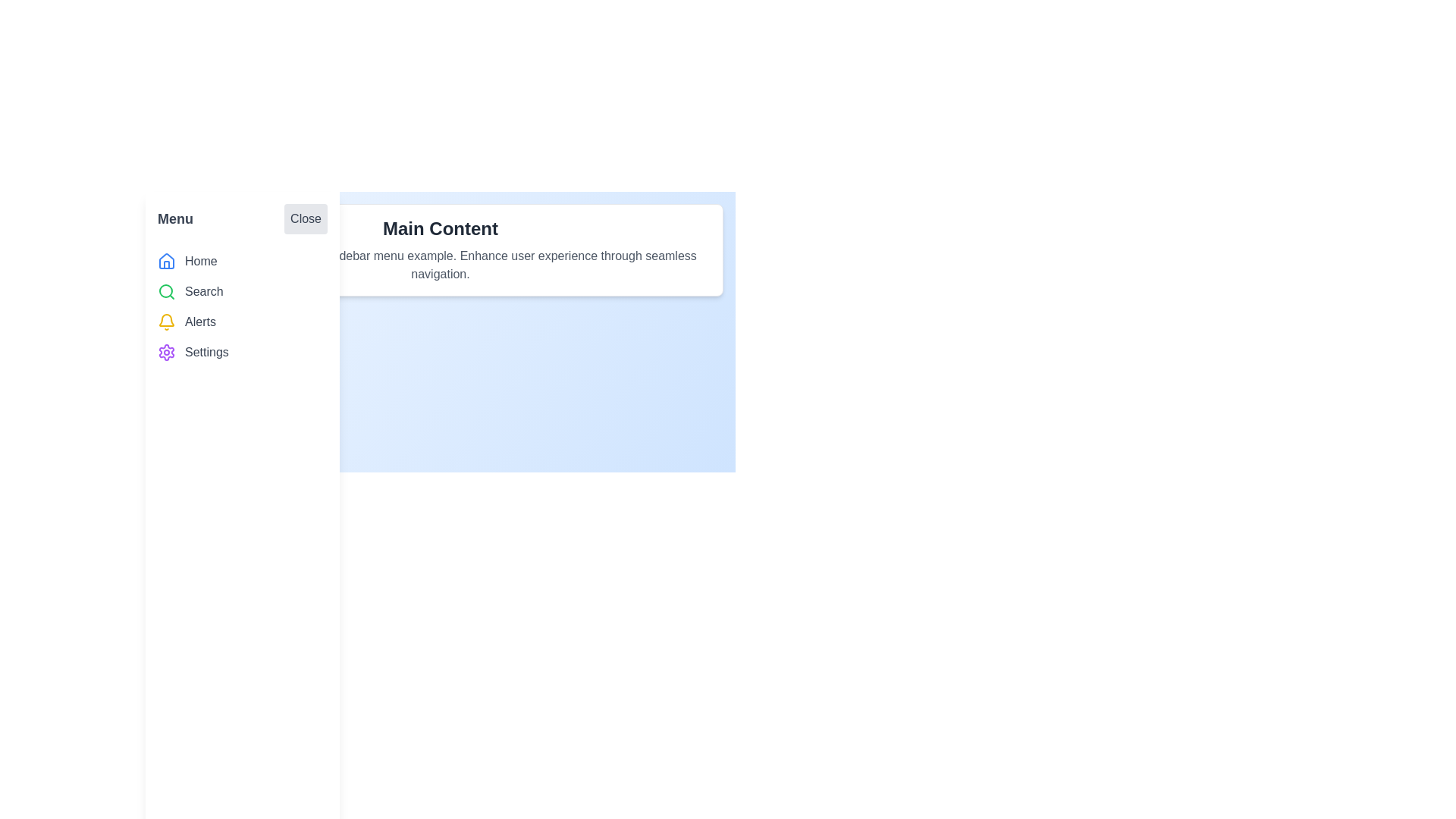 The width and height of the screenshot is (1456, 819). I want to click on the 'Alerts' text label in the navigation menu, so click(199, 321).